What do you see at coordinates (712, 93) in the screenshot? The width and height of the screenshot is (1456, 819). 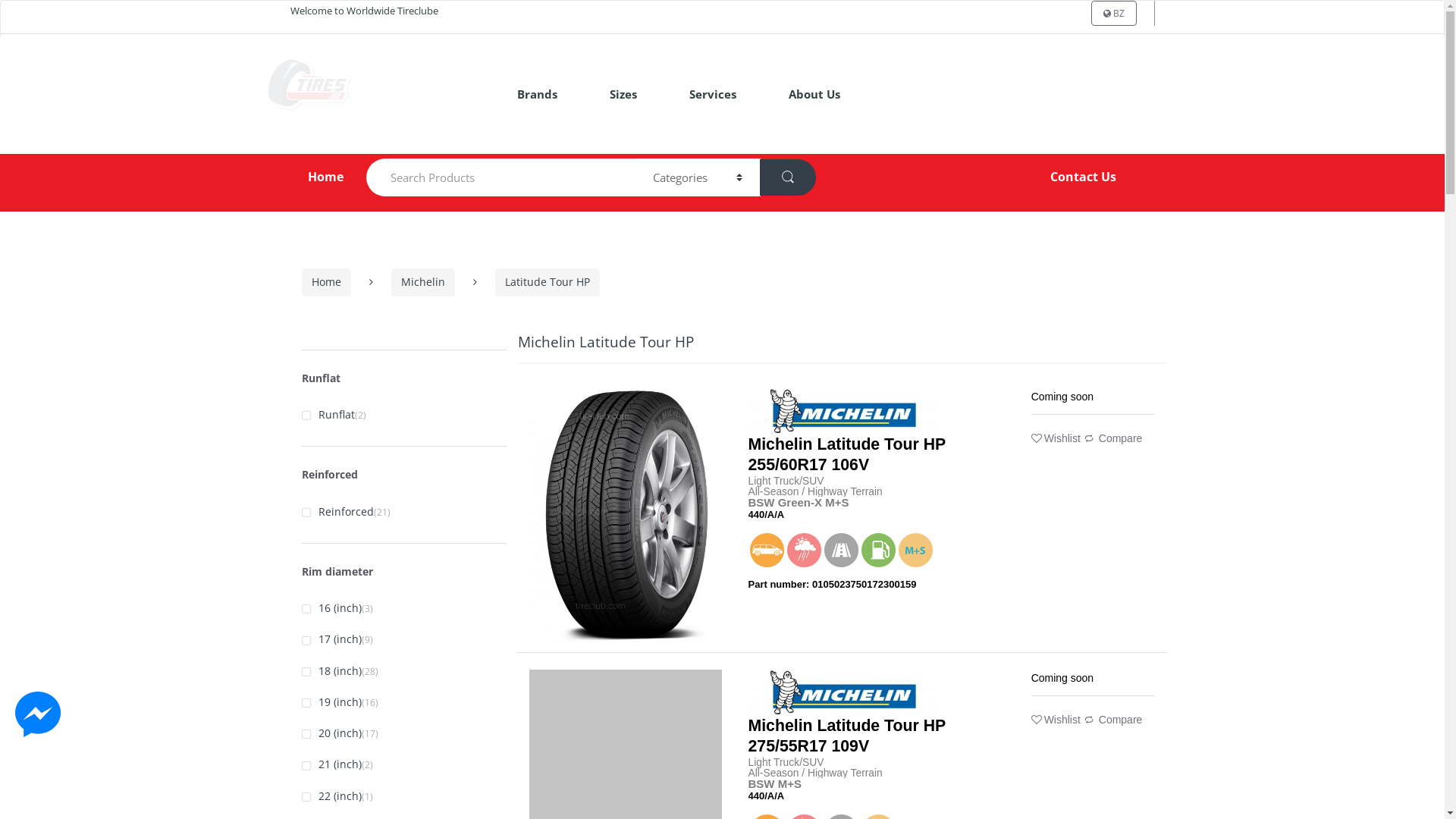 I see `'Services'` at bounding box center [712, 93].